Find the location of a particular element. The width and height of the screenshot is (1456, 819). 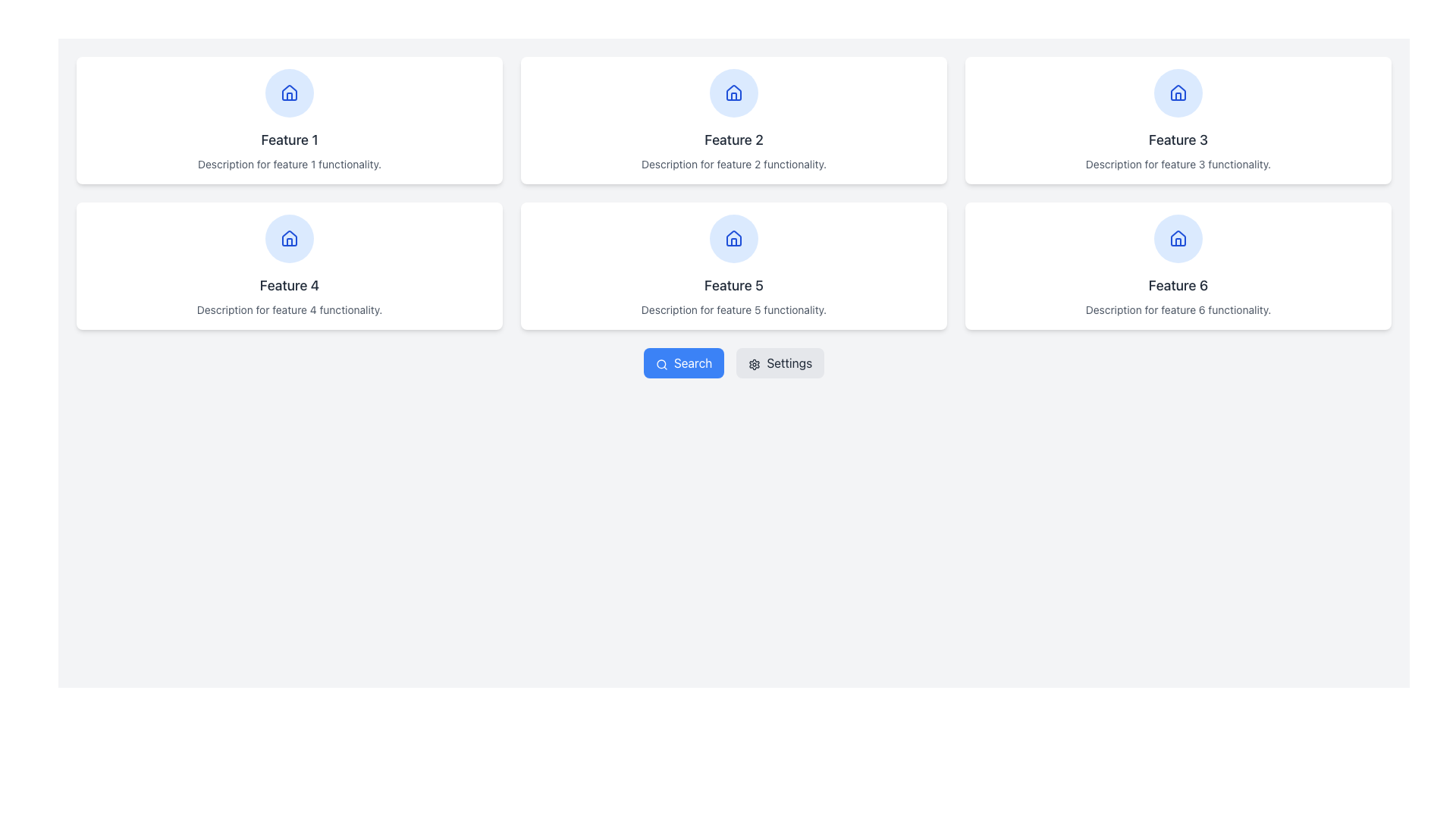

the house outline icon located within the circular blue background of Feature 4 in the lower-left quadrant of the grid layout is located at coordinates (290, 237).